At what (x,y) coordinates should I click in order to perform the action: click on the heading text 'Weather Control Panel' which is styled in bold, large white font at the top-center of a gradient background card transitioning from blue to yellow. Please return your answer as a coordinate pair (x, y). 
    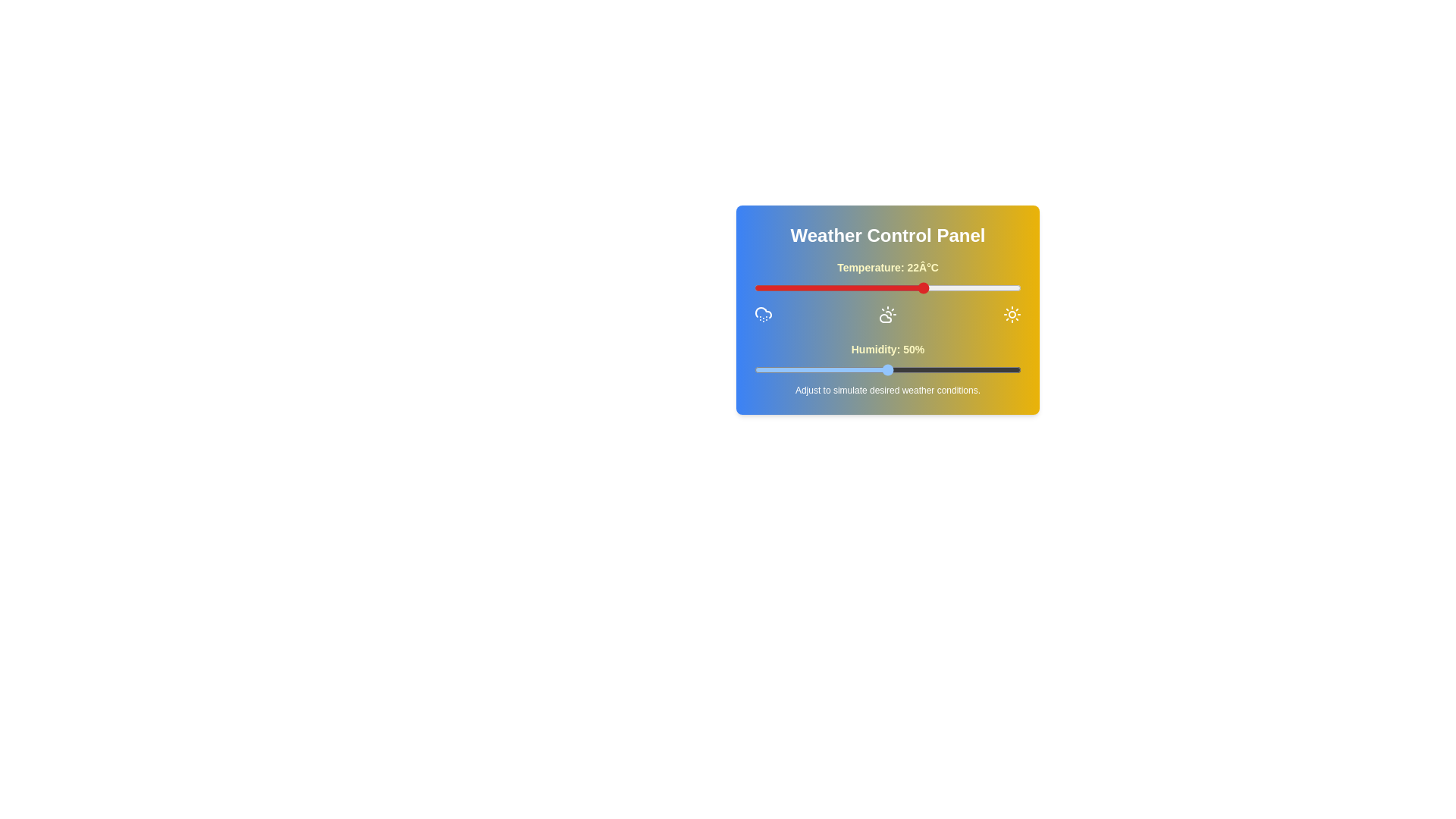
    Looking at the image, I should click on (888, 236).